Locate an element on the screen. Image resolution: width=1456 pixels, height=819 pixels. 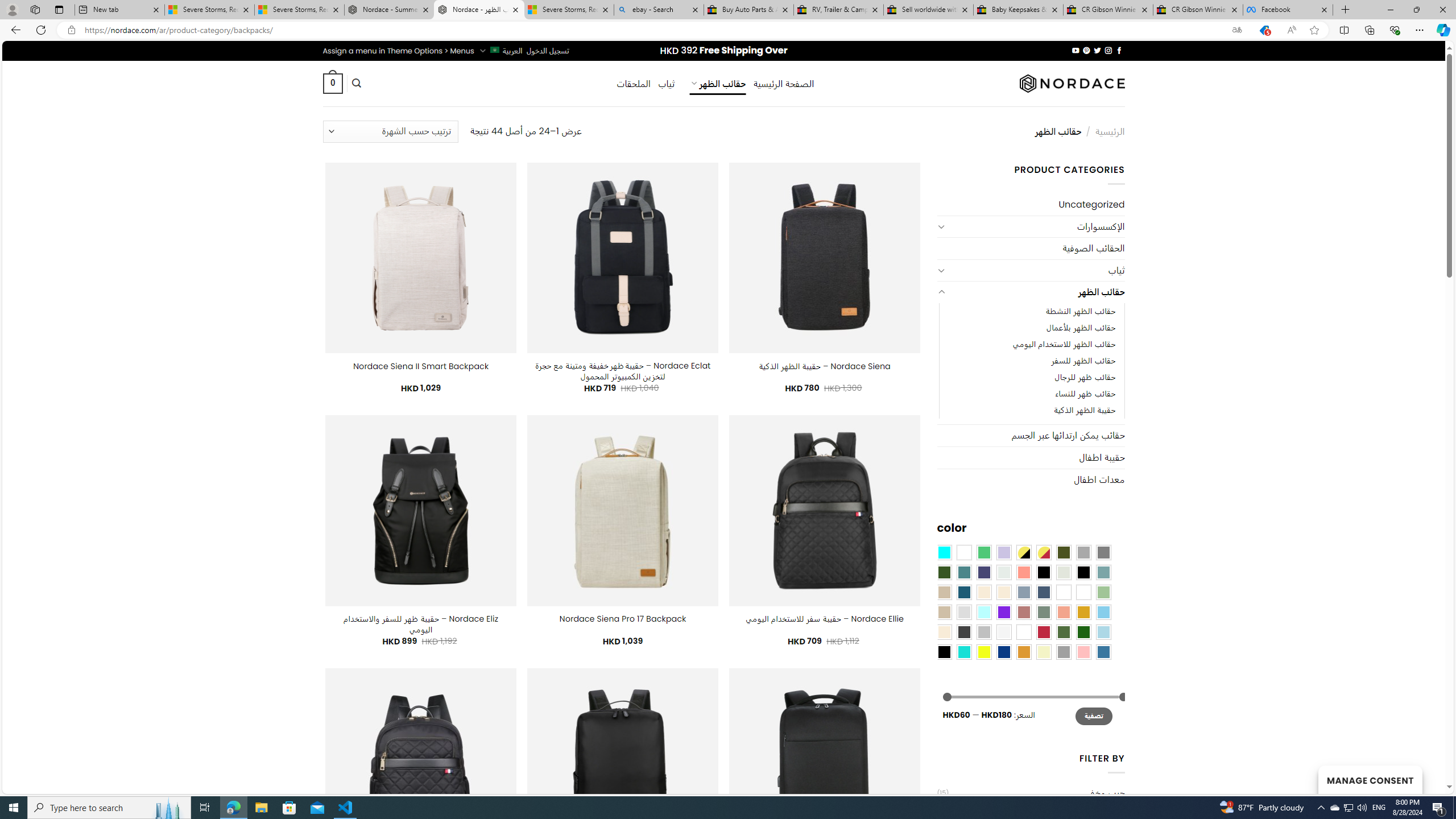
'Aqua Blue' is located at coordinates (944, 551).